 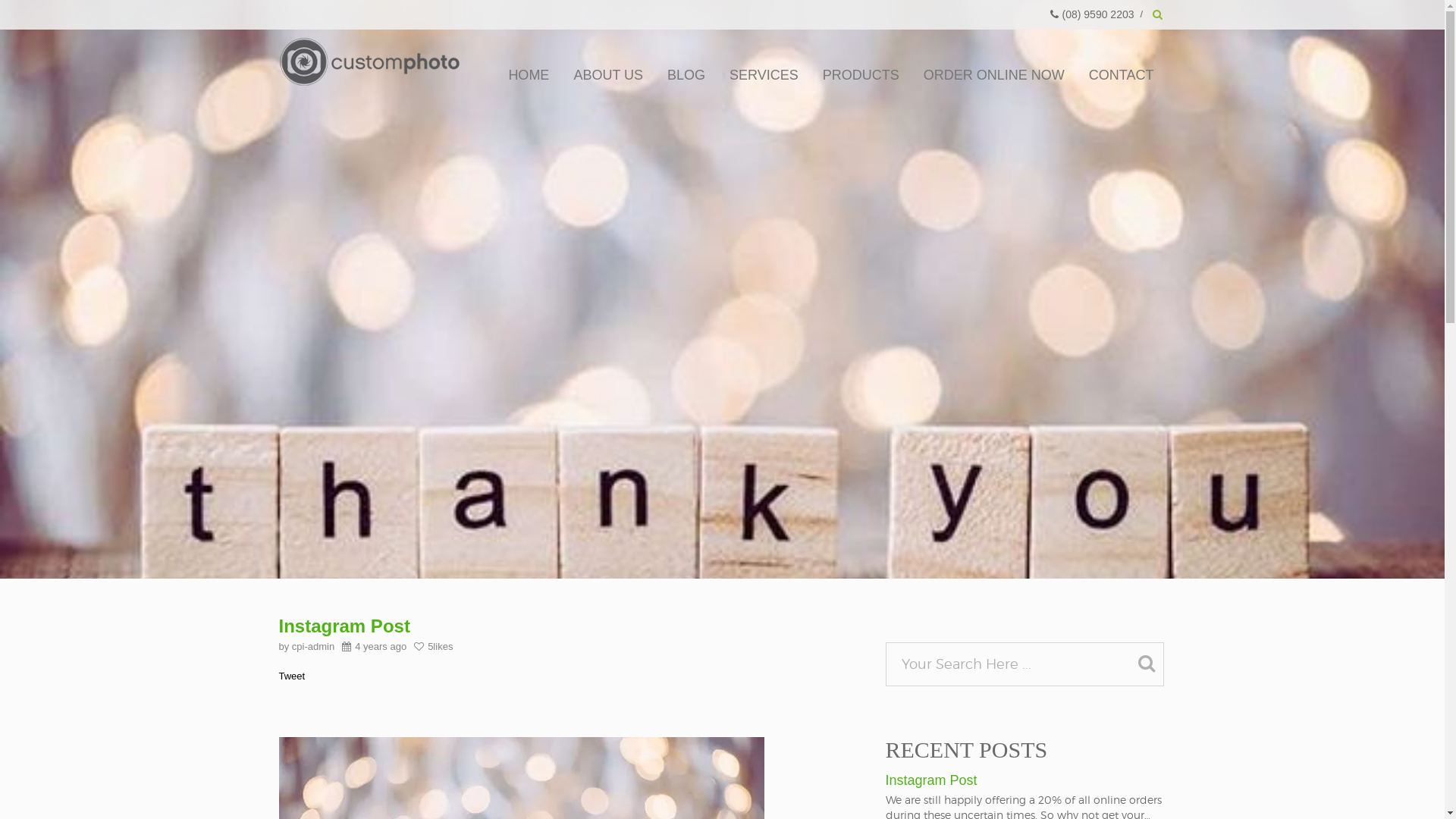 What do you see at coordinates (686, 75) in the screenshot?
I see `'BLOG'` at bounding box center [686, 75].